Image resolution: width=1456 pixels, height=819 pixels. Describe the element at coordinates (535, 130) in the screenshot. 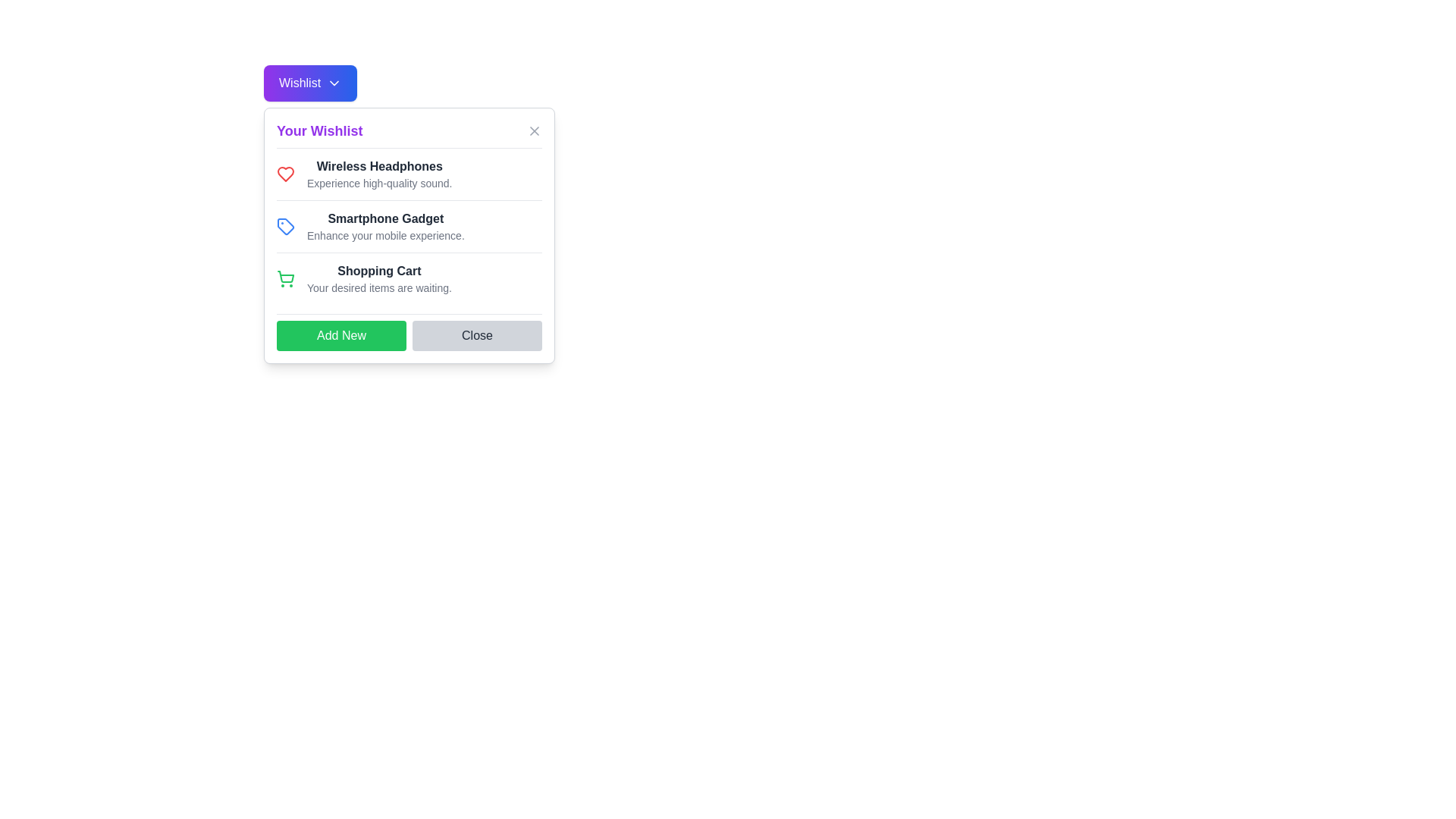

I see `the close button with an 'X' icon in the top-right corner of the 'Your Wishlist' modal` at that location.